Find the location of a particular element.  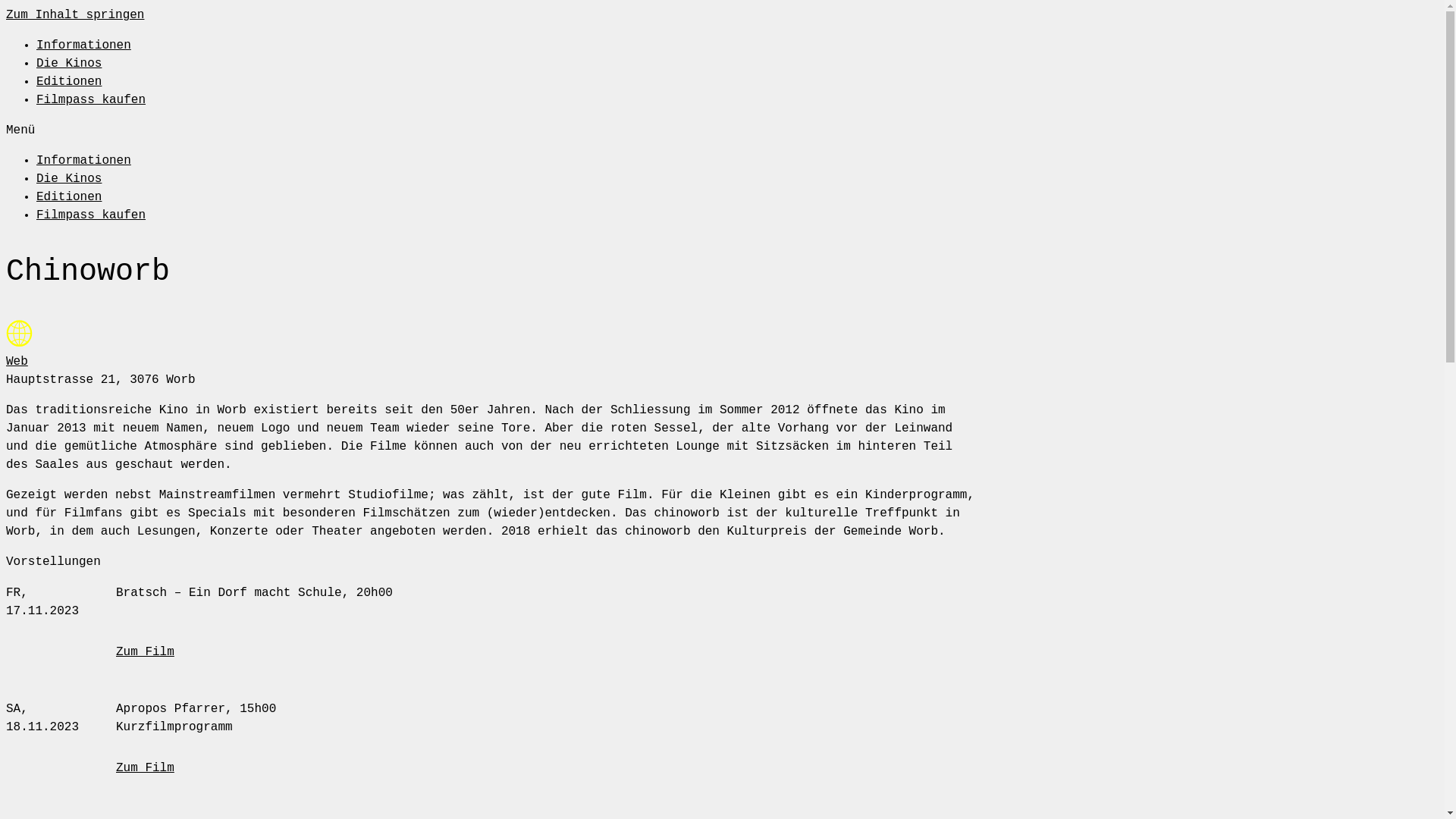

'Filmpass kaufen' is located at coordinates (36, 215).